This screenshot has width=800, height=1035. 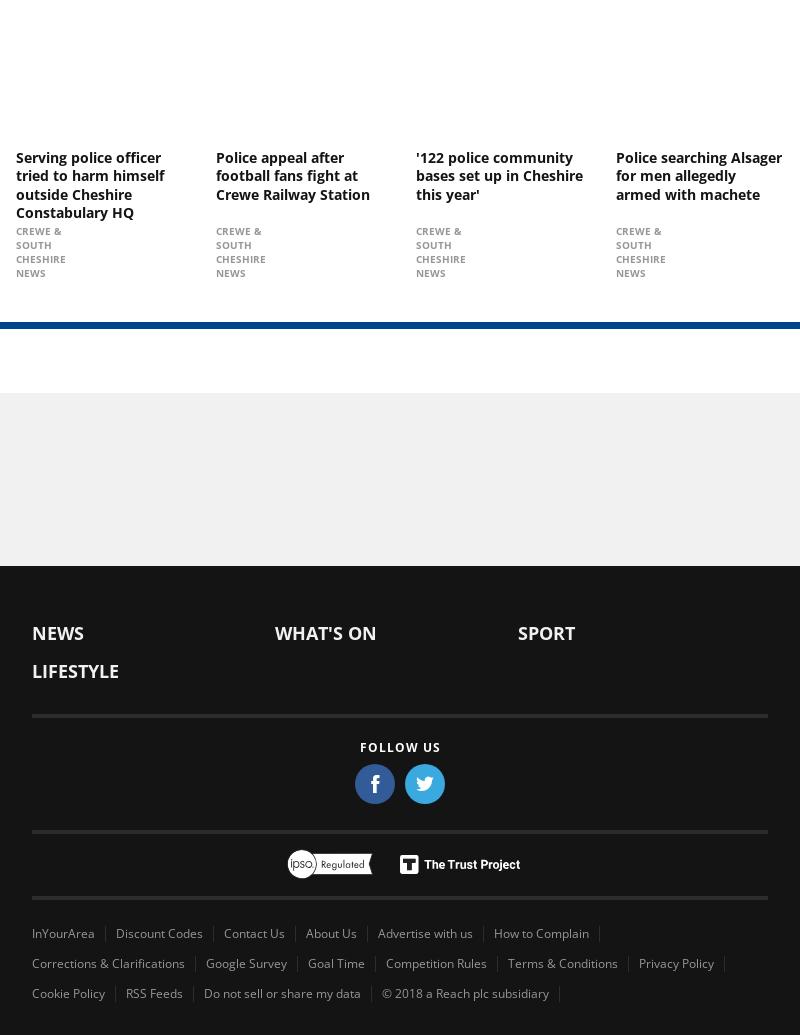 What do you see at coordinates (107, 962) in the screenshot?
I see `'Corrections & Clarifications'` at bounding box center [107, 962].